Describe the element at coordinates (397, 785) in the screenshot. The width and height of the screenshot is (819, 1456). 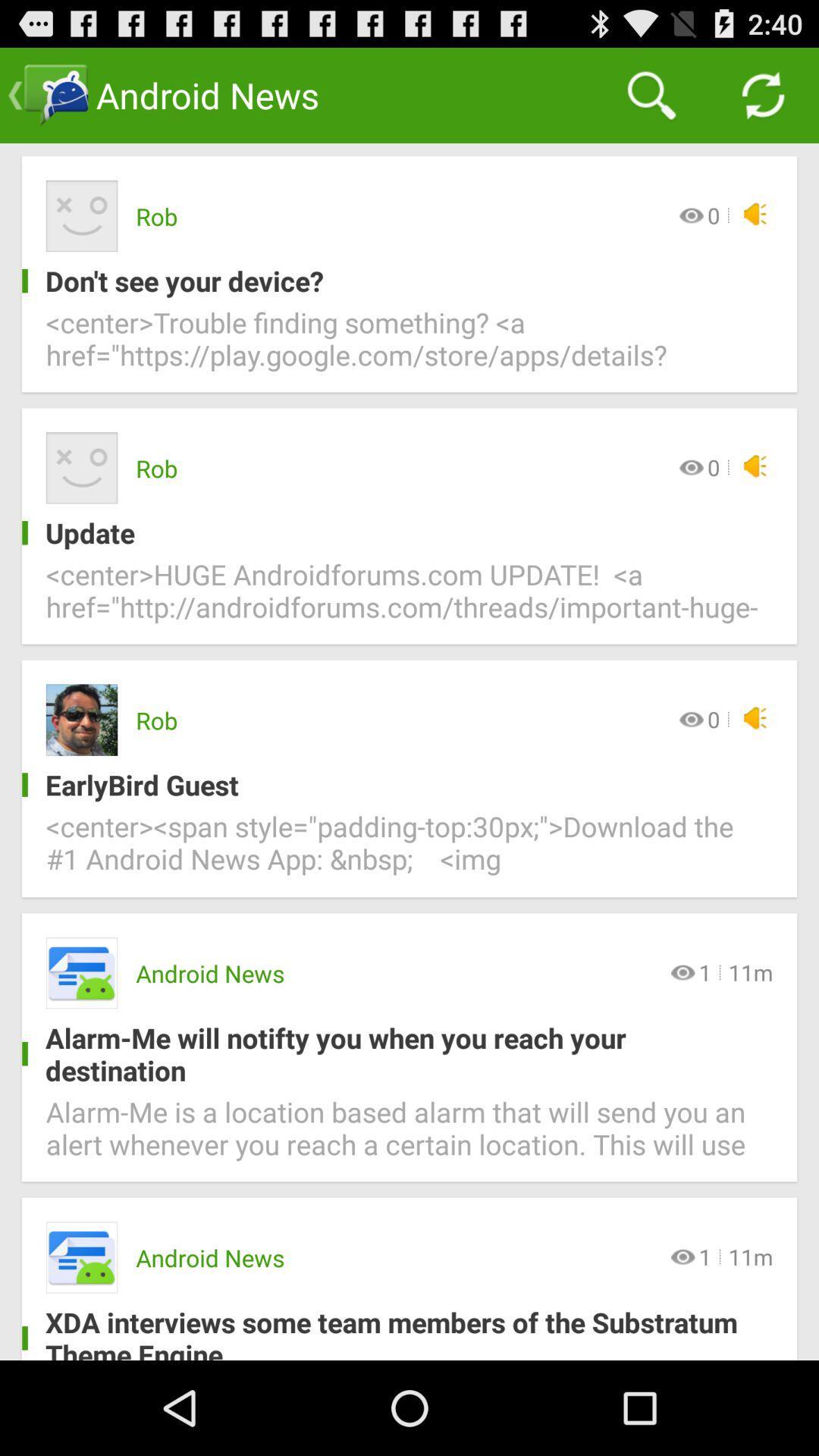
I see `earlybird guest icon` at that location.